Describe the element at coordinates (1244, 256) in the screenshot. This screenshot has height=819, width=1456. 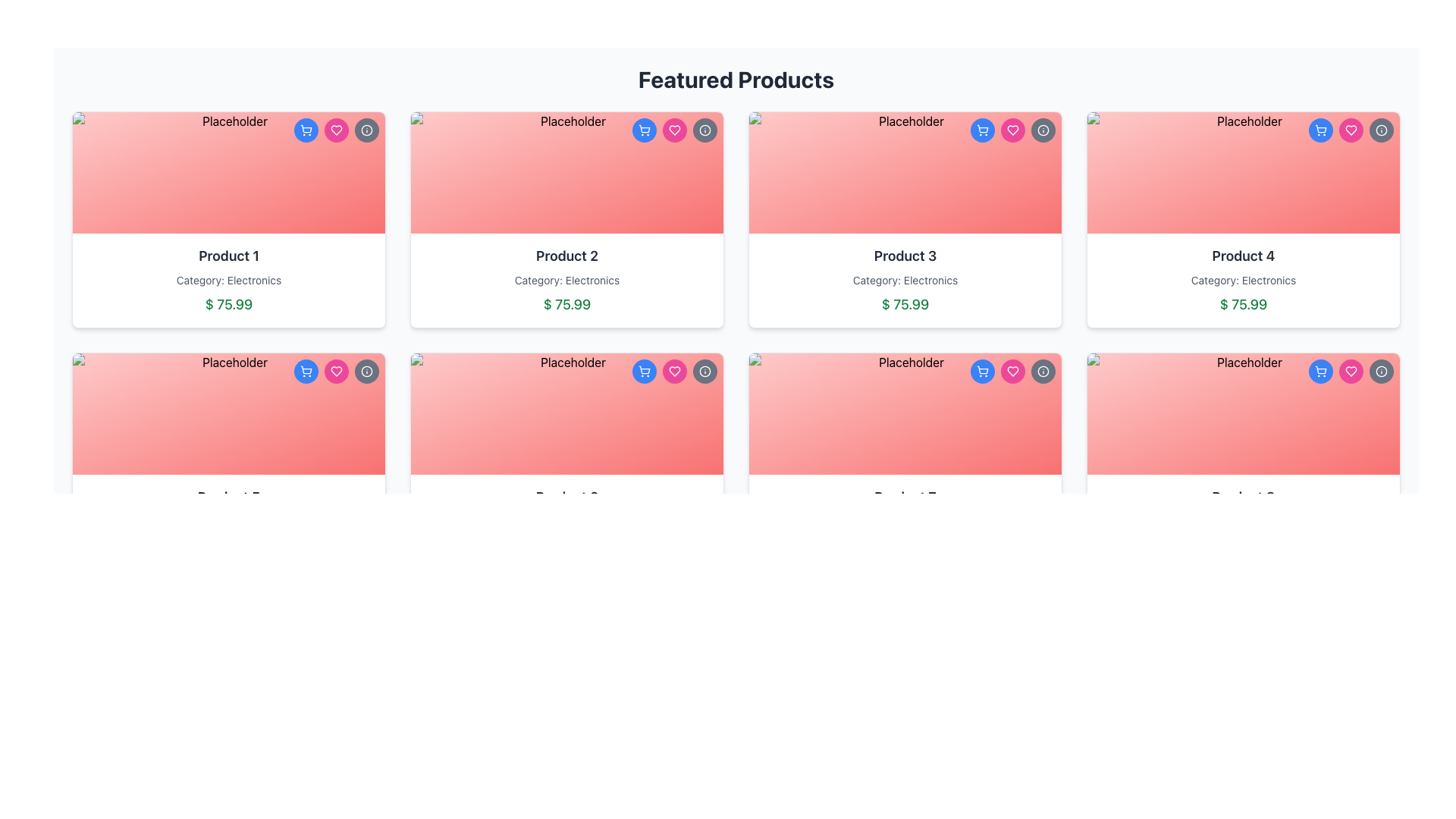
I see `the text label displaying 'Product 4' in bold, large font, located in the fourth column of the first row, above 'Category: Electronics' and '$ 75.99'` at that location.